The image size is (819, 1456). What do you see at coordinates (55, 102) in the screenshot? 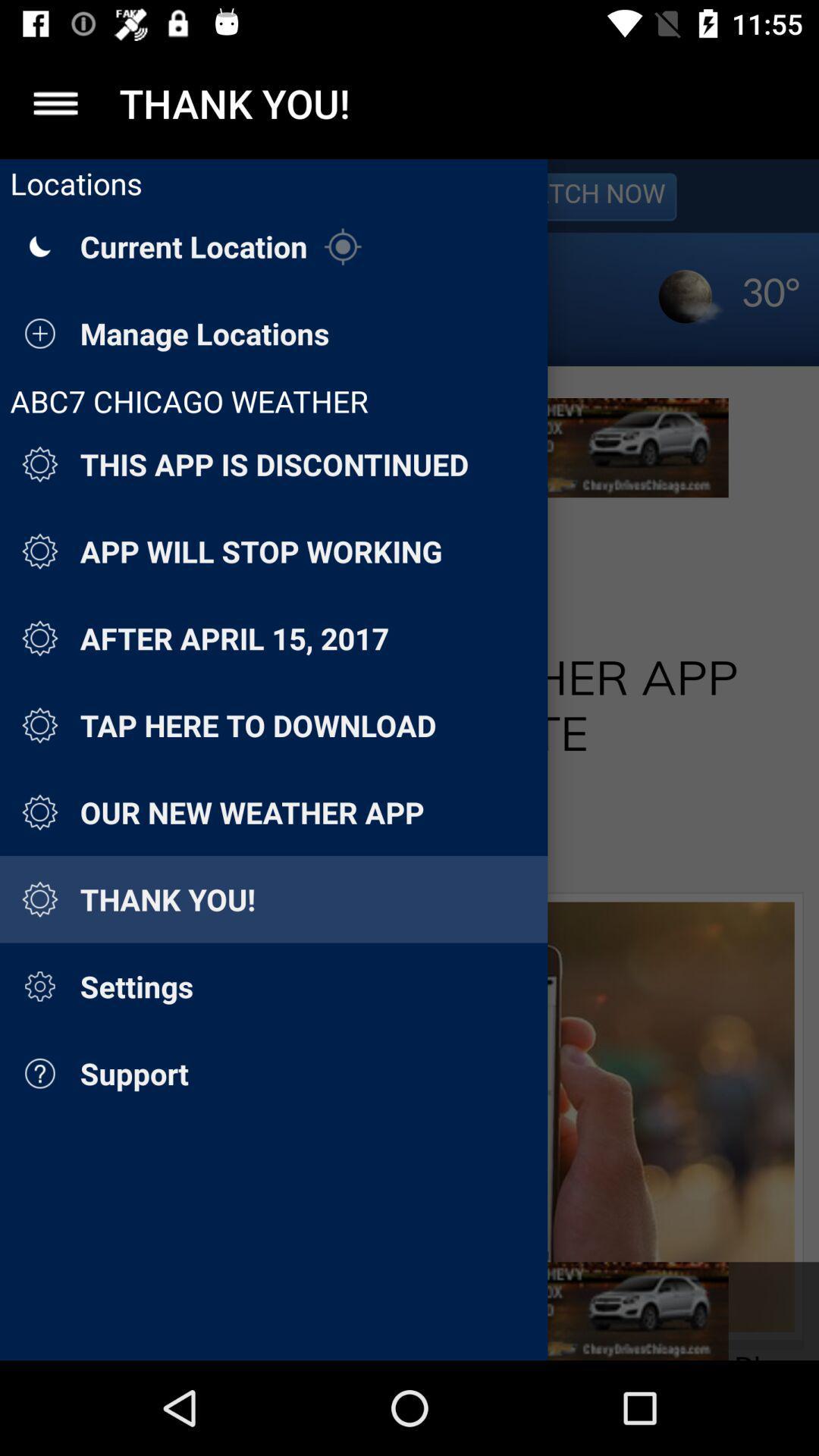
I see `list the menu` at bounding box center [55, 102].